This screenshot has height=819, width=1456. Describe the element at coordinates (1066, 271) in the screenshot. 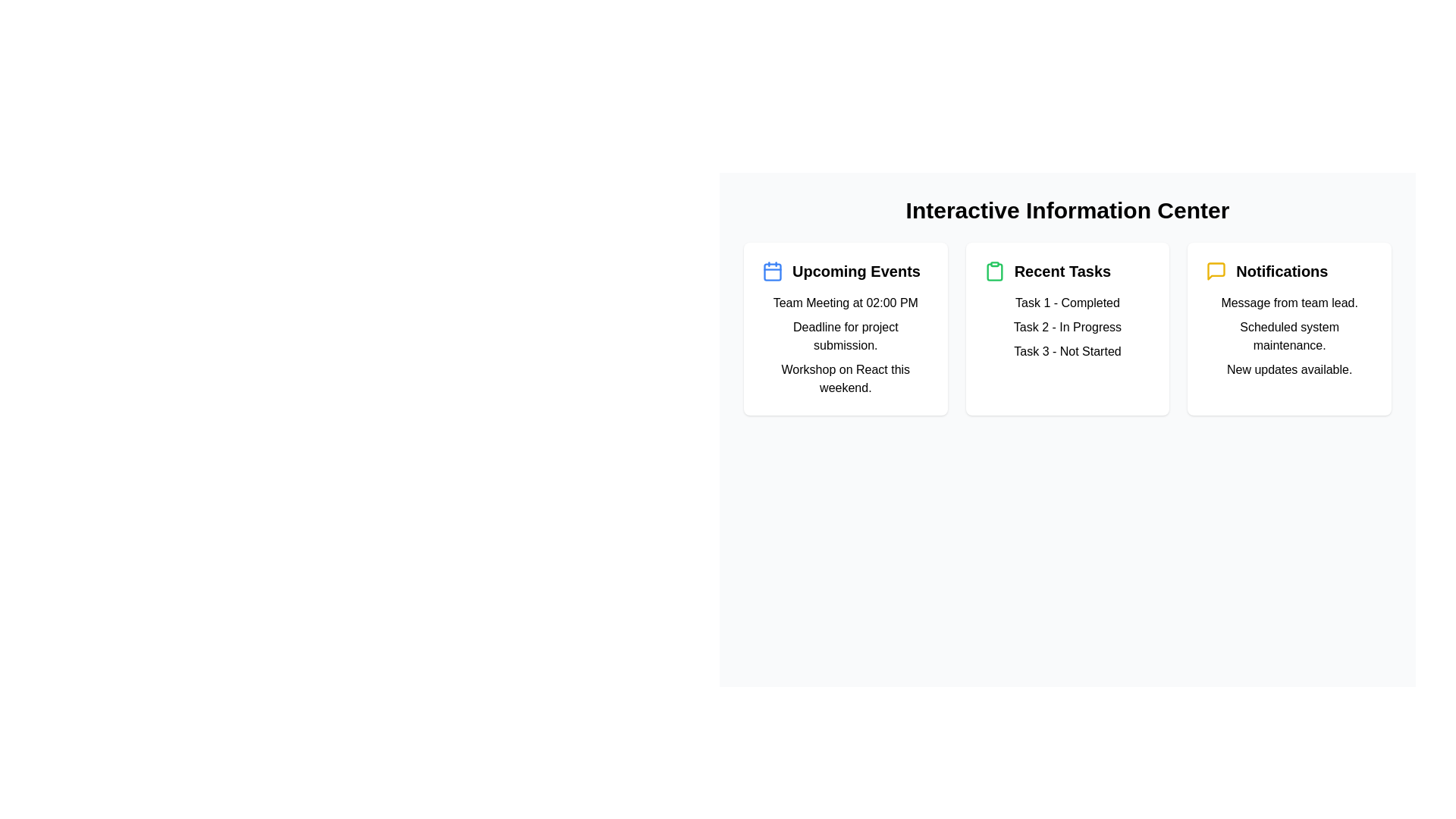

I see `displayed text of the section header labeled 'Recent Tasks', which includes a green clipboard icon to the left of the bold text` at that location.